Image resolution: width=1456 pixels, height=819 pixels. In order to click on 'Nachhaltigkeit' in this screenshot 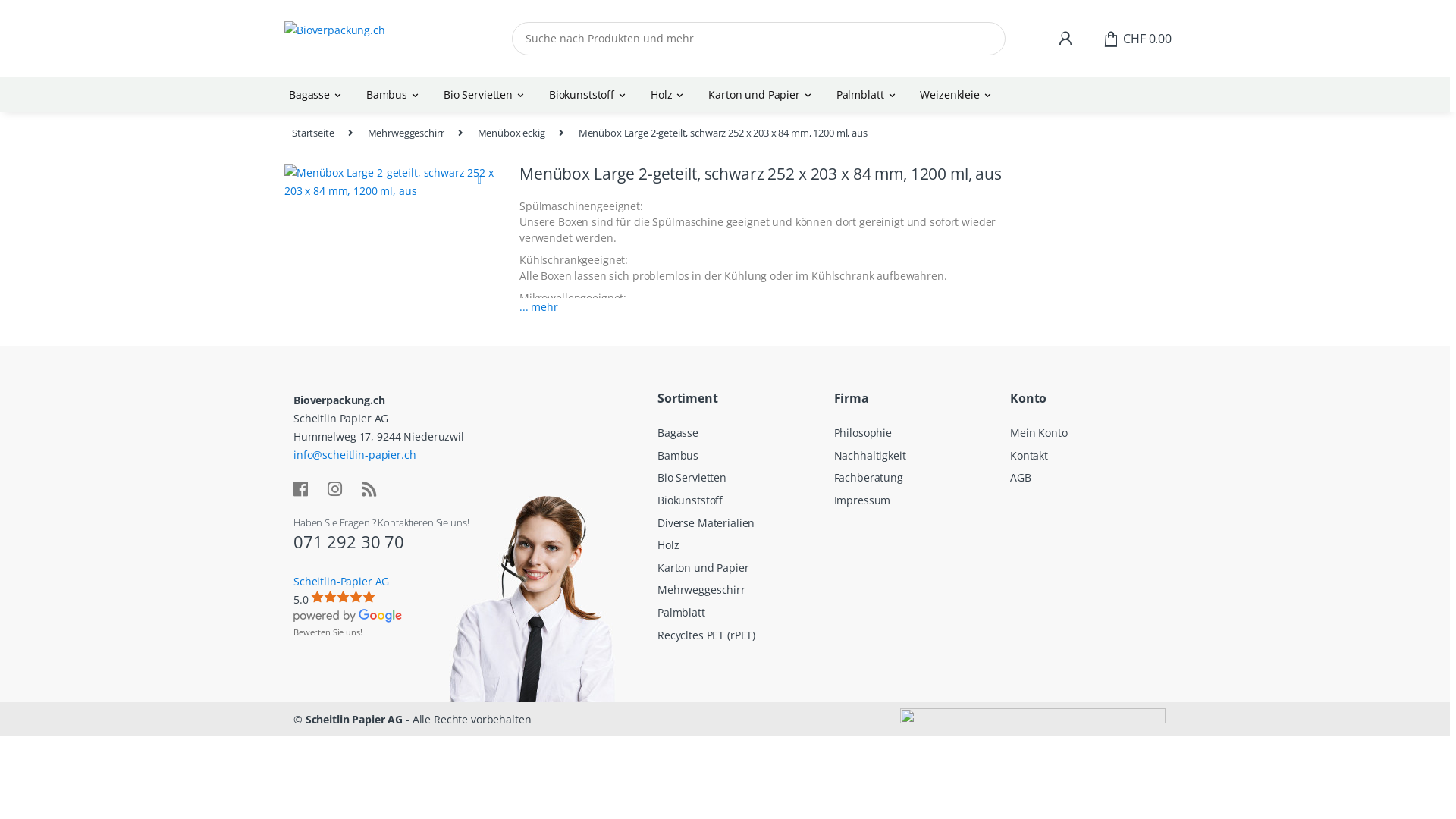, I will do `click(870, 454)`.